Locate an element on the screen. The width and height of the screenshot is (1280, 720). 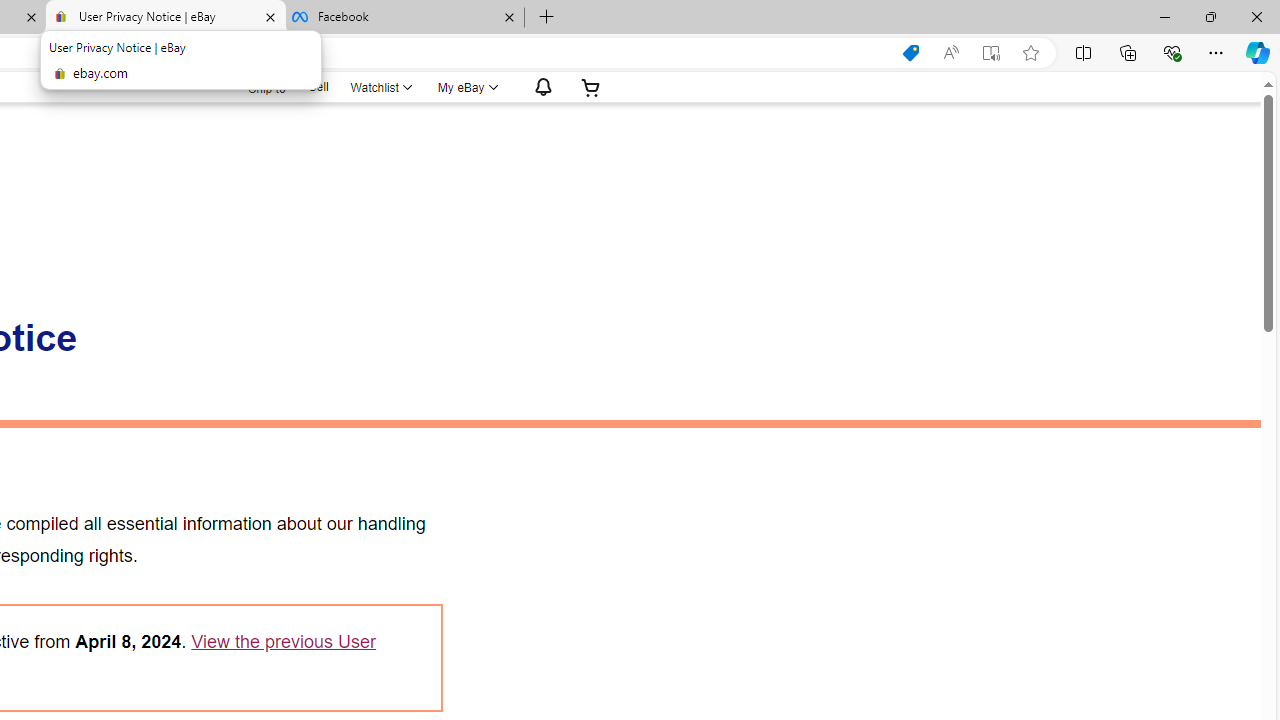
'Your shopping cart' is located at coordinates (590, 86).